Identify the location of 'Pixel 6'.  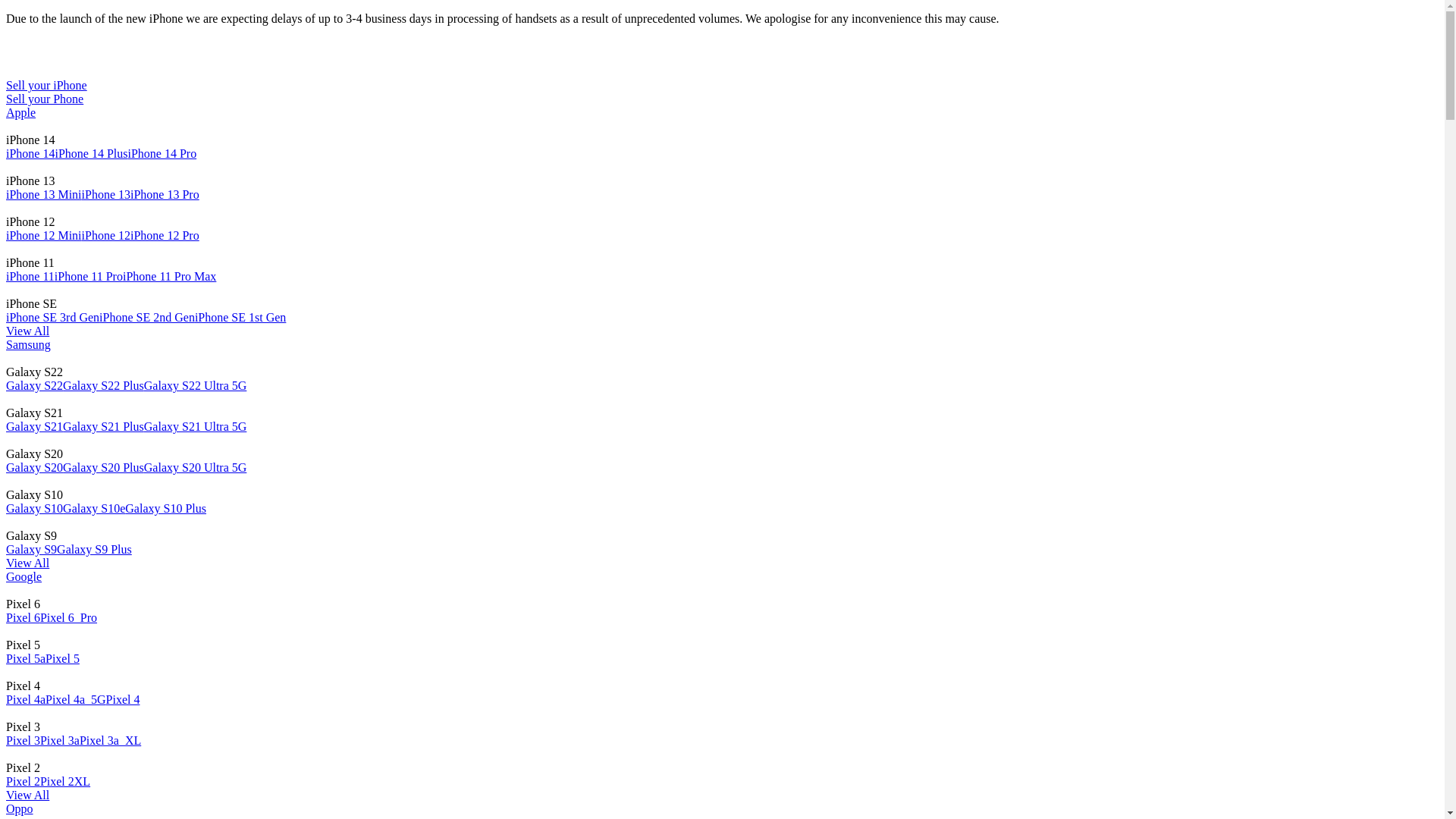
(23, 617).